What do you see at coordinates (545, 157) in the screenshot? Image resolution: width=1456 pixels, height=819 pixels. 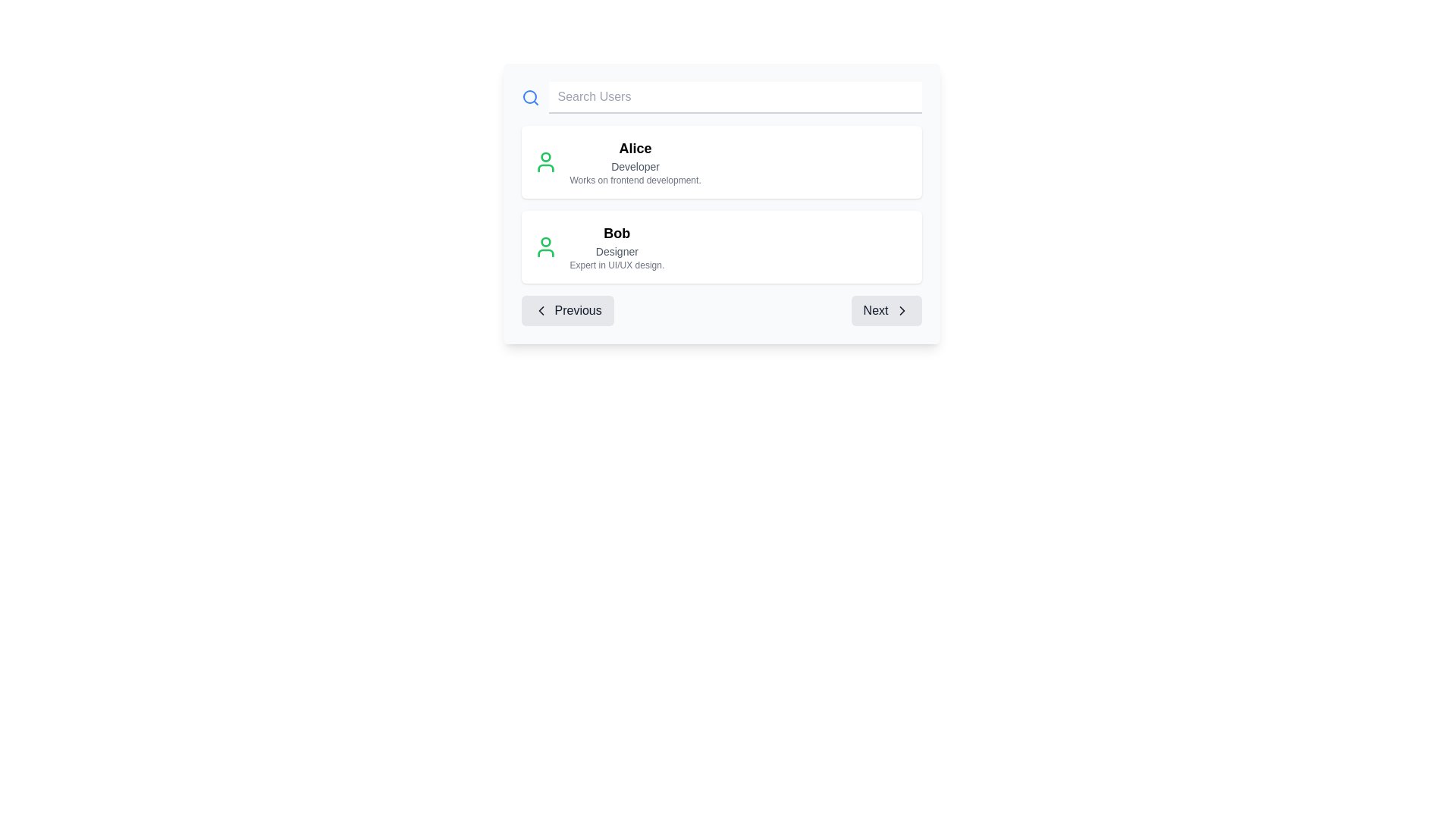 I see `the circular graphical element representing the user icon for 'Alice', which is located at the top center of the user profile icon` at bounding box center [545, 157].